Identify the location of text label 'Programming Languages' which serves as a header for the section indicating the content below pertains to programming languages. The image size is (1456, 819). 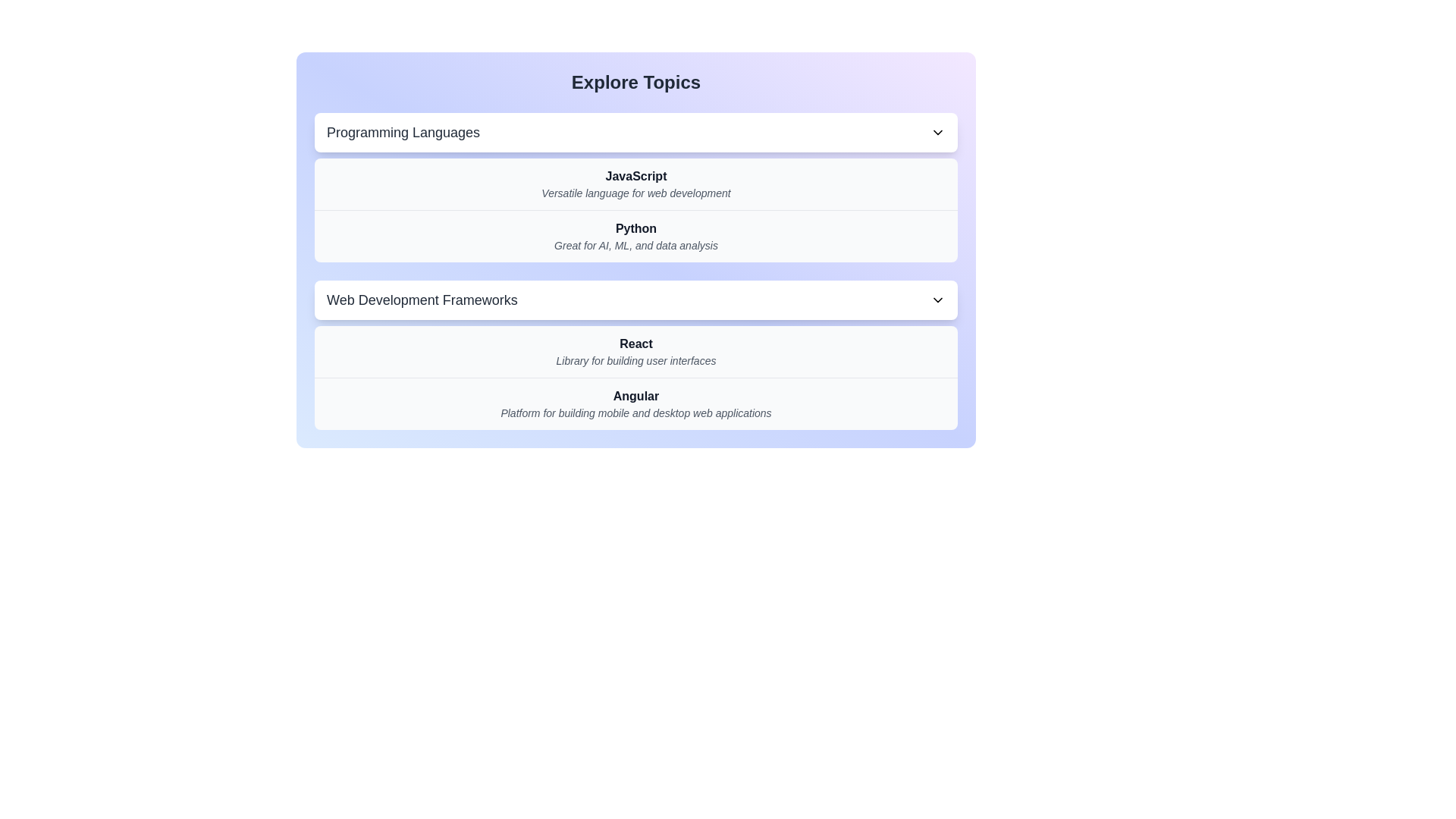
(403, 131).